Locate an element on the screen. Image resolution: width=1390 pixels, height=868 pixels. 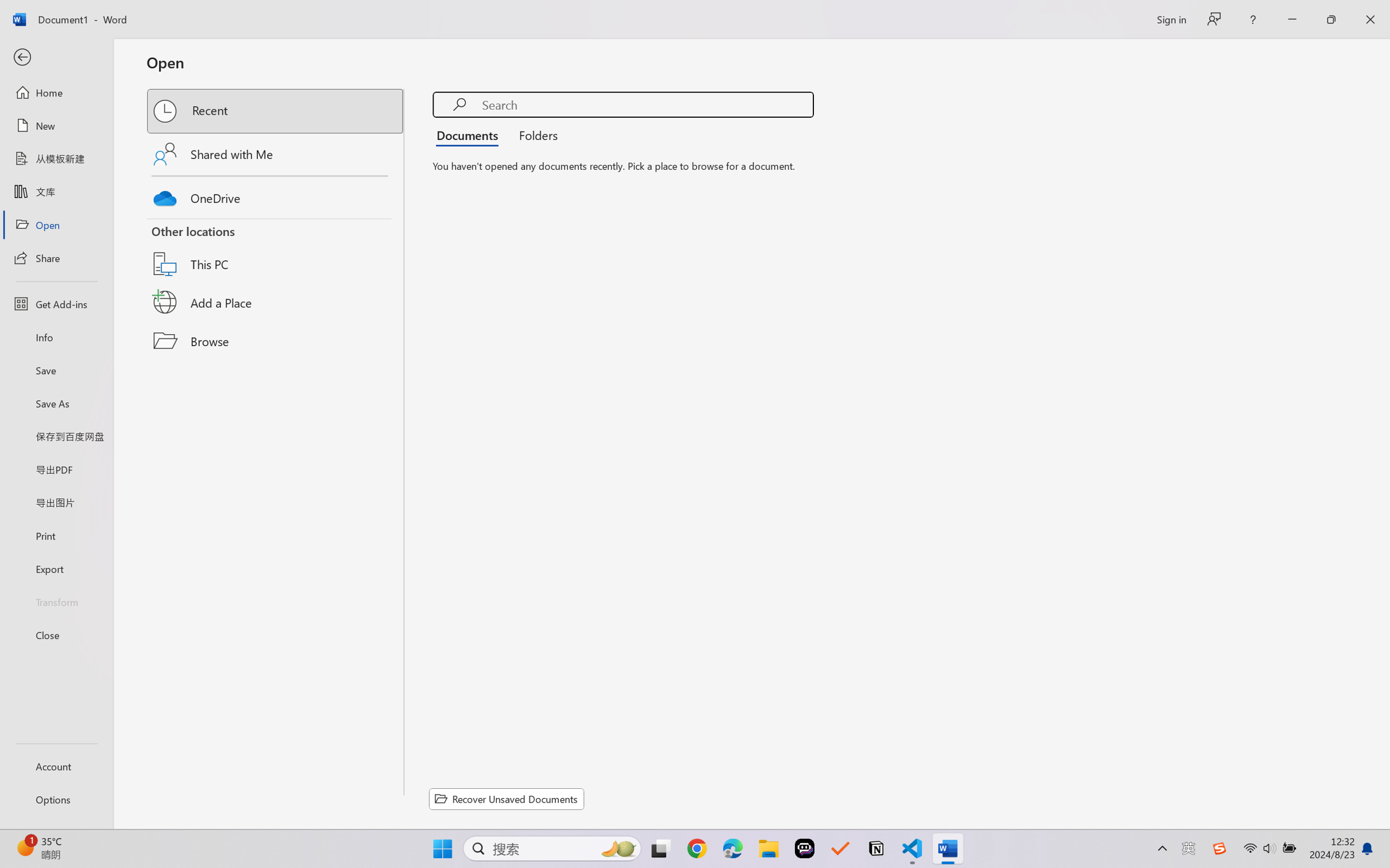
'Account' is located at coordinates (56, 766).